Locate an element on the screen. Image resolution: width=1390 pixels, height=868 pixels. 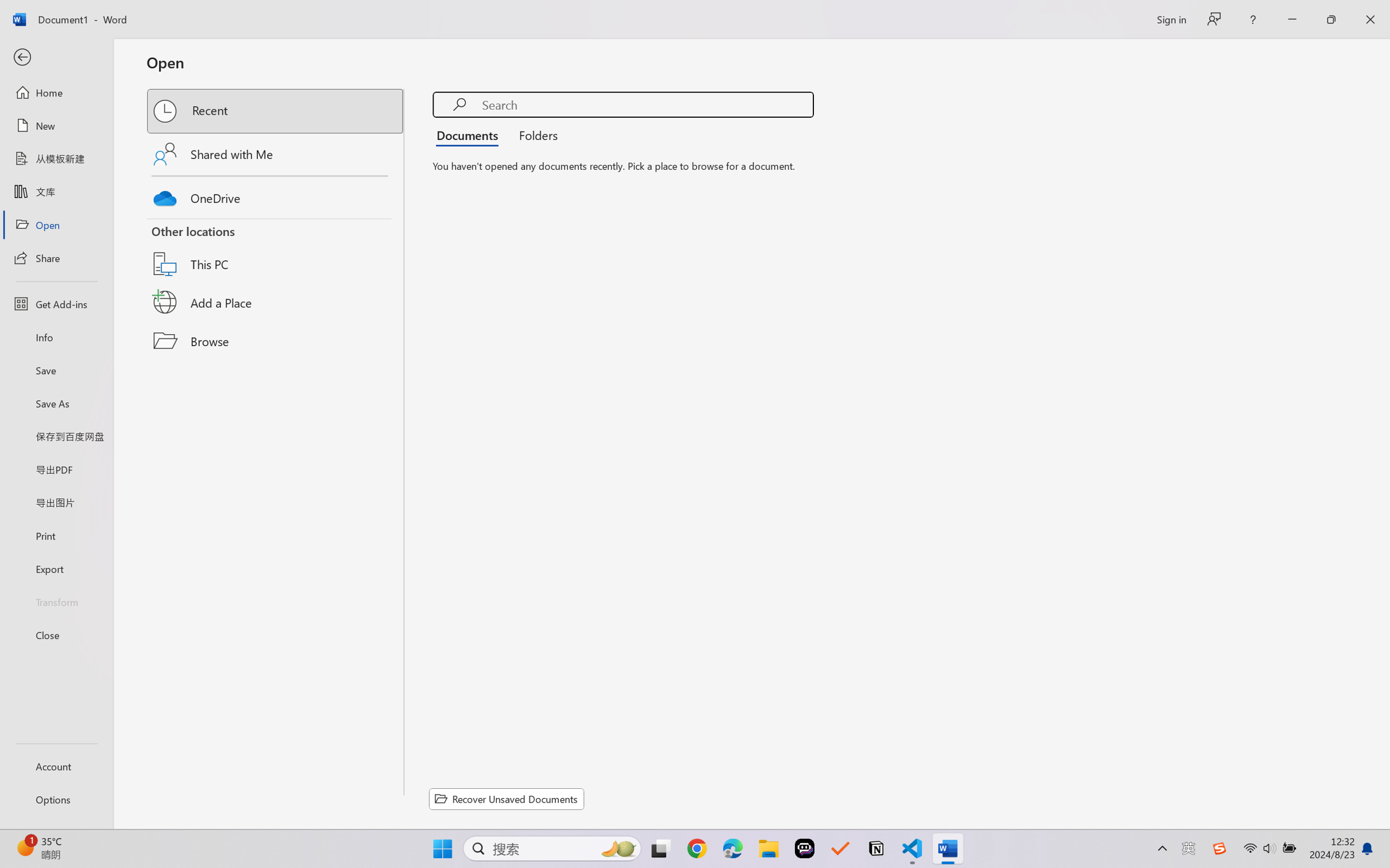
'Account' is located at coordinates (56, 766).